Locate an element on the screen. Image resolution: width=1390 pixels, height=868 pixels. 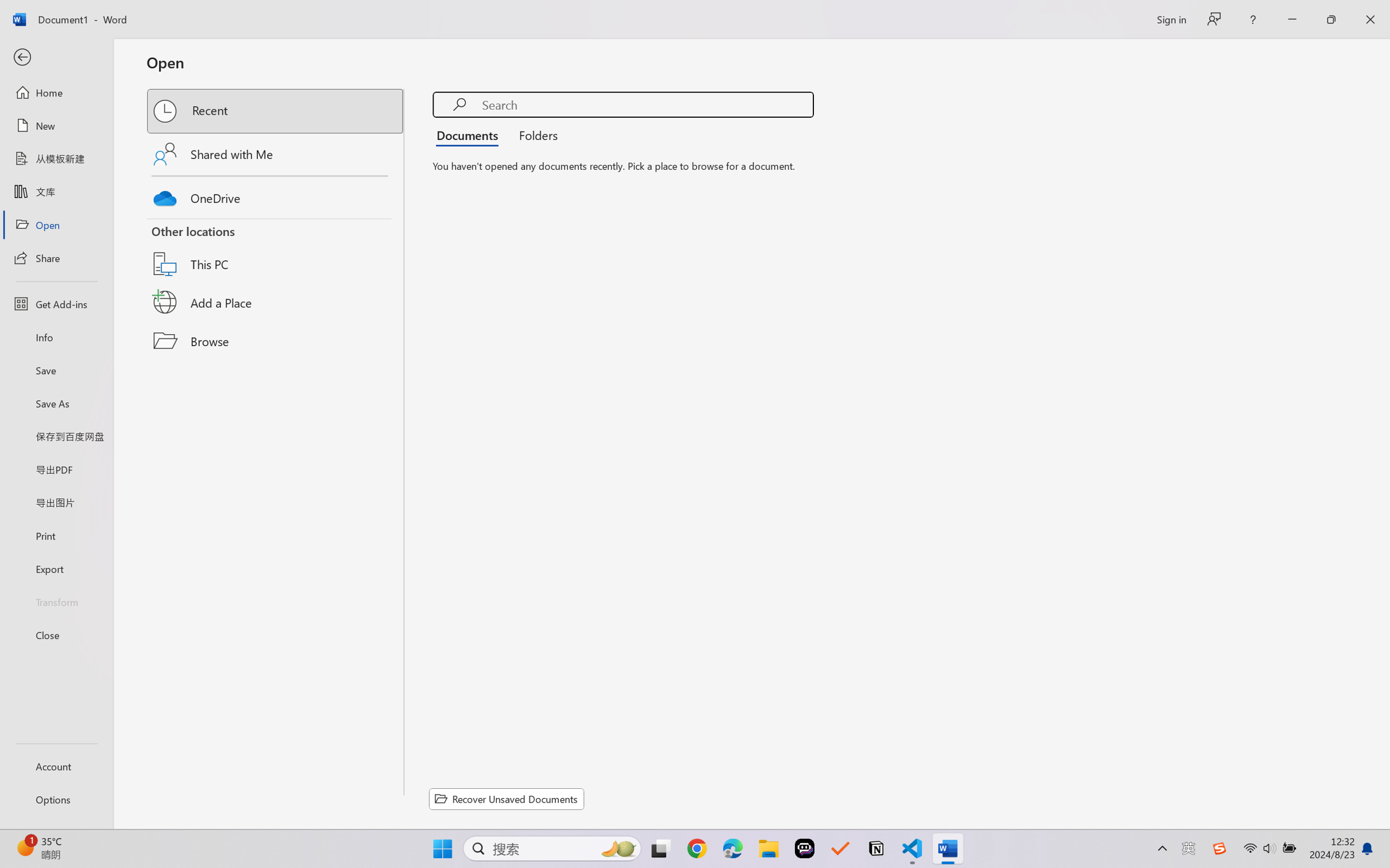
'Account' is located at coordinates (56, 766).